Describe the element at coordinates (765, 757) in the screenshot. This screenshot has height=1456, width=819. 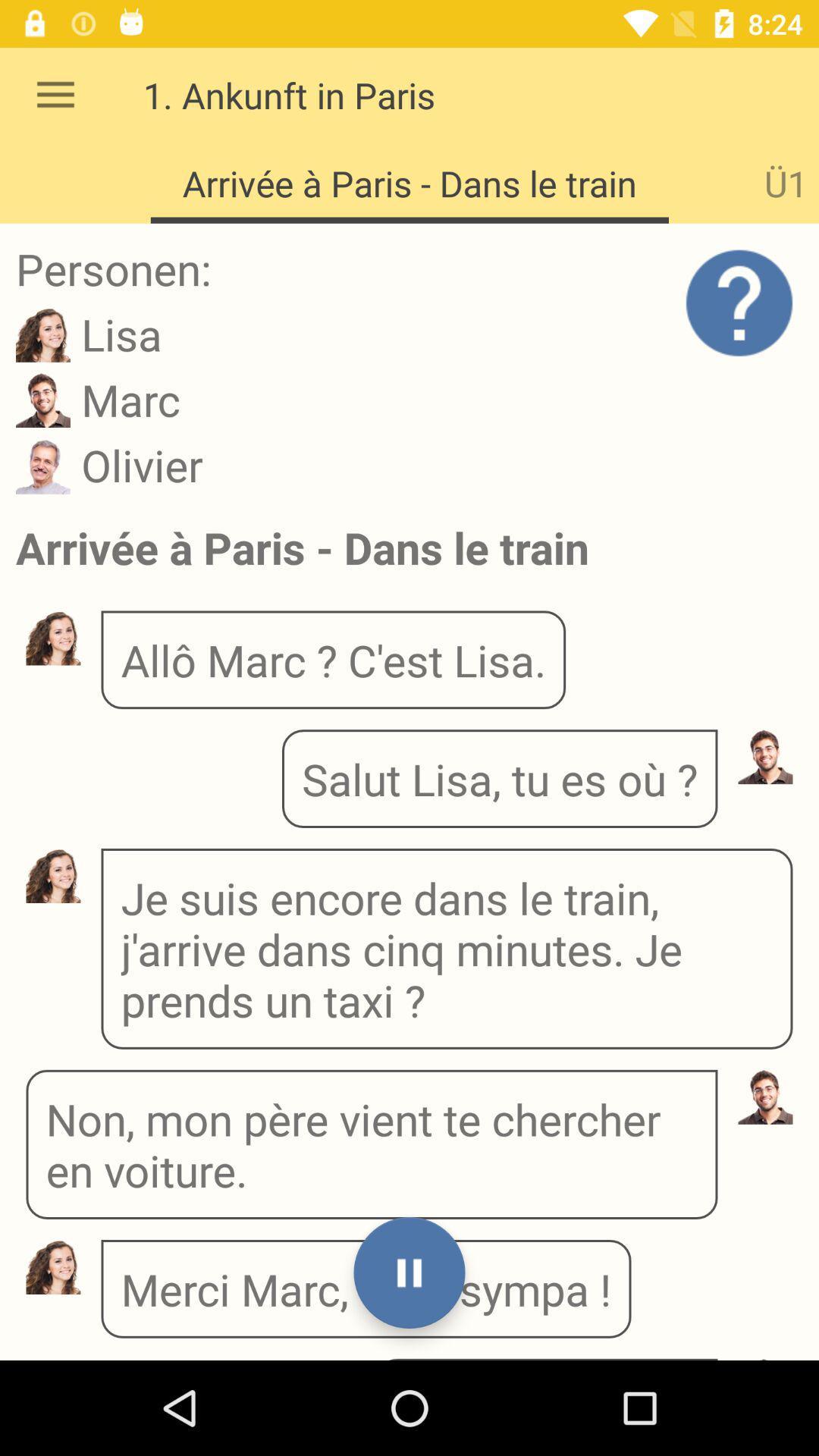
I see `the avatar icon` at that location.